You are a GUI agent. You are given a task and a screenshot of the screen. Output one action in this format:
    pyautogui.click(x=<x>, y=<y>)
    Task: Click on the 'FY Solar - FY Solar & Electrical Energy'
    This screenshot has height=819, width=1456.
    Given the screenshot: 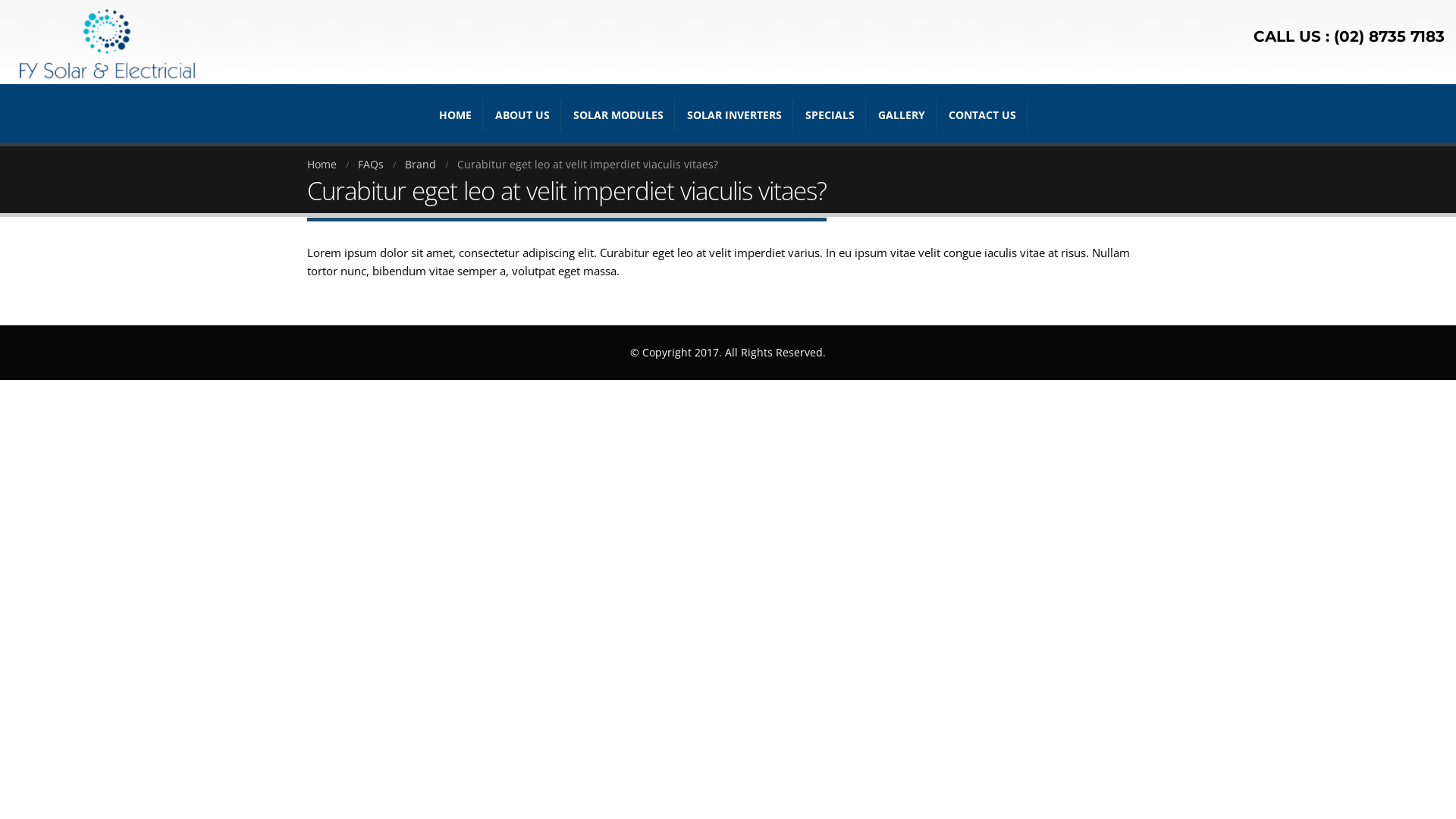 What is the action you would take?
    pyautogui.click(x=105, y=41)
    